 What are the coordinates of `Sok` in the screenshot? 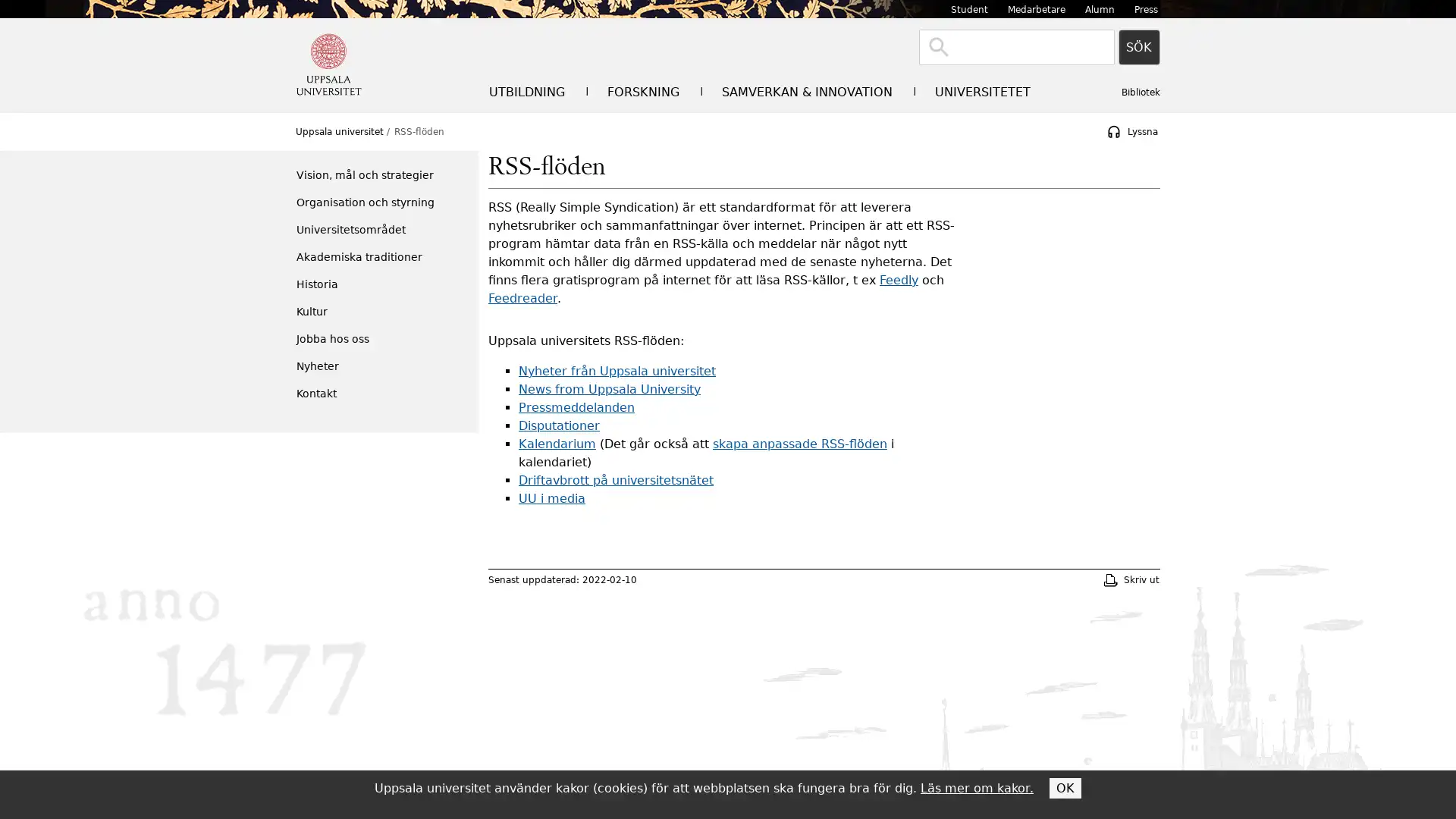 It's located at (1139, 46).